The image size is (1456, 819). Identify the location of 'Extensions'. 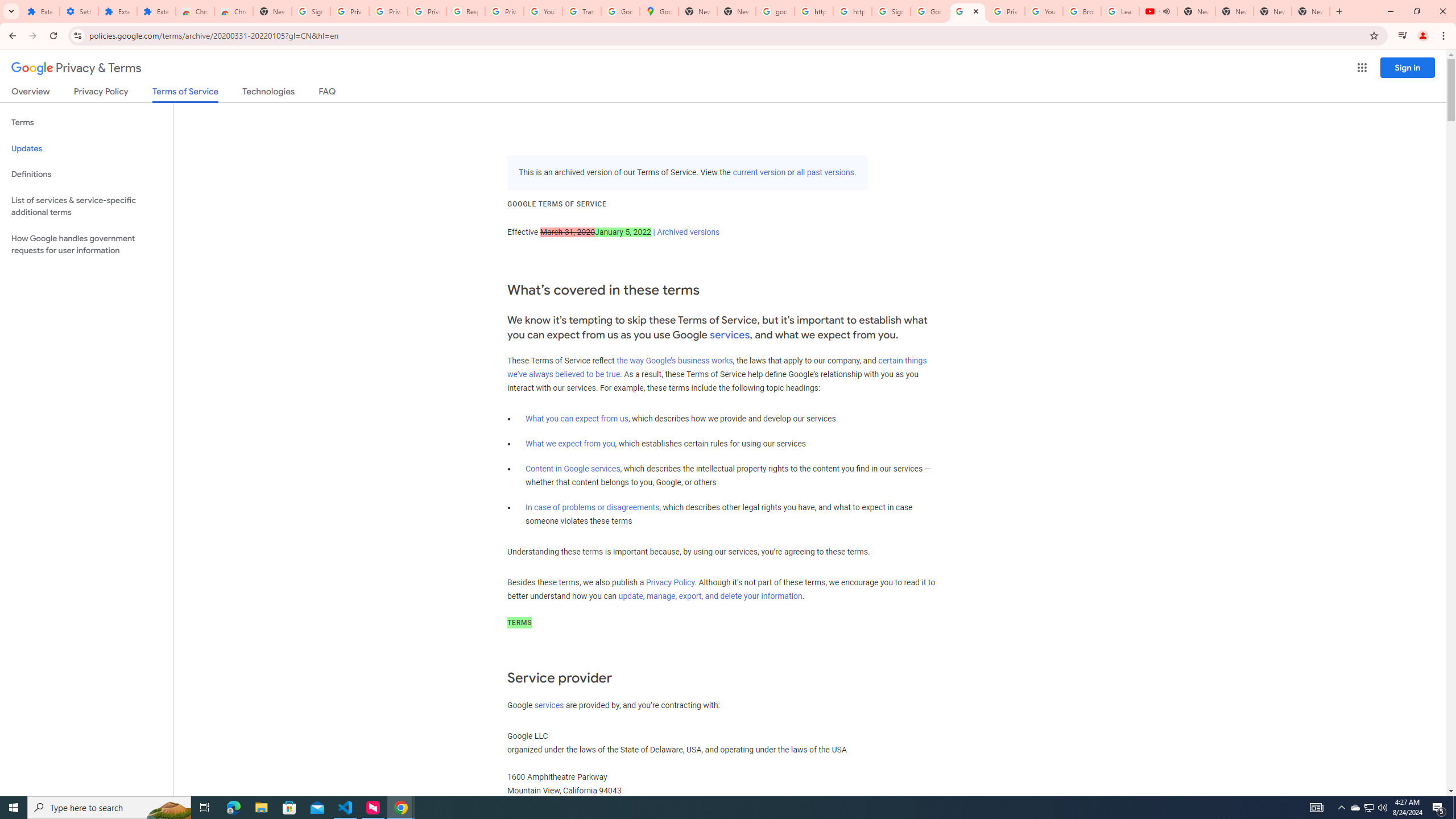
(156, 11).